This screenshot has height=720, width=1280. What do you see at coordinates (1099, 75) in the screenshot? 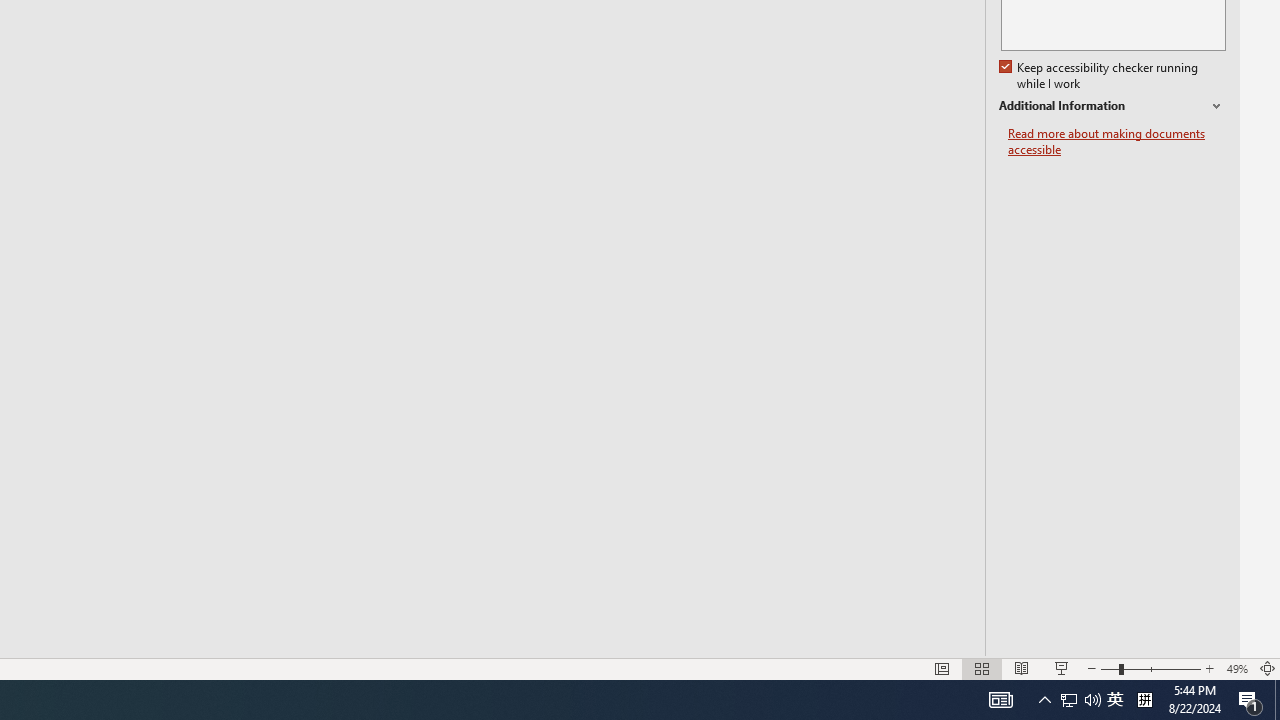
I see `'Keep accessibility checker running while I work'` at bounding box center [1099, 75].